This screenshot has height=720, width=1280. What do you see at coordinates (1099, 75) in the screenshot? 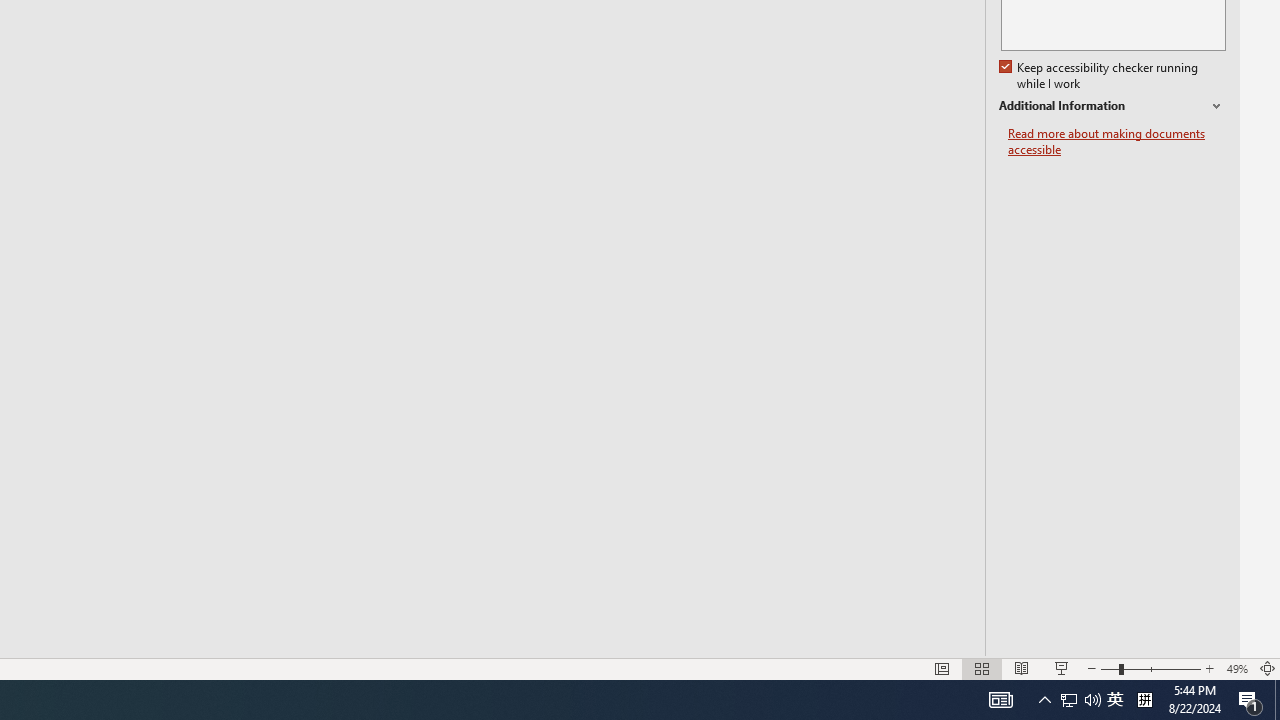
I see `'Keep accessibility checker running while I work'` at bounding box center [1099, 75].